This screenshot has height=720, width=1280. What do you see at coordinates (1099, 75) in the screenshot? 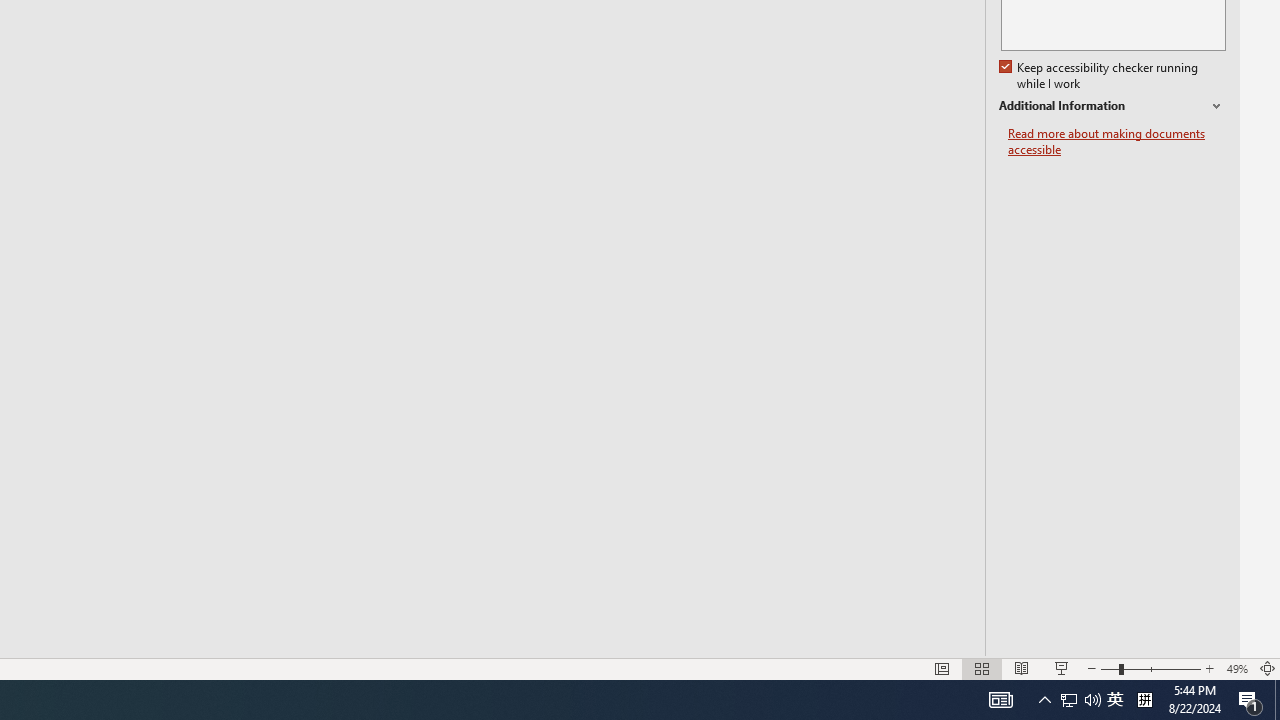
I see `'Keep accessibility checker running while I work'` at bounding box center [1099, 75].